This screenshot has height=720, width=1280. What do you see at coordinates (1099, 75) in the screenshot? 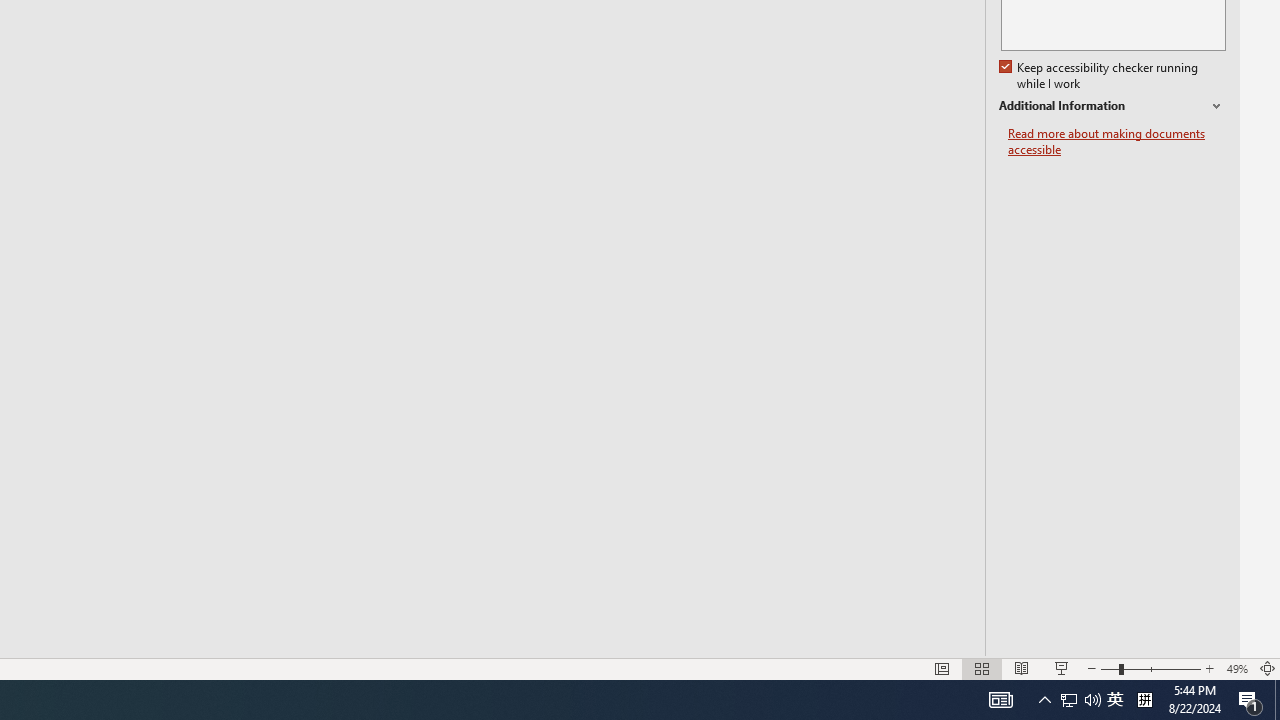
I see `'Keep accessibility checker running while I work'` at bounding box center [1099, 75].